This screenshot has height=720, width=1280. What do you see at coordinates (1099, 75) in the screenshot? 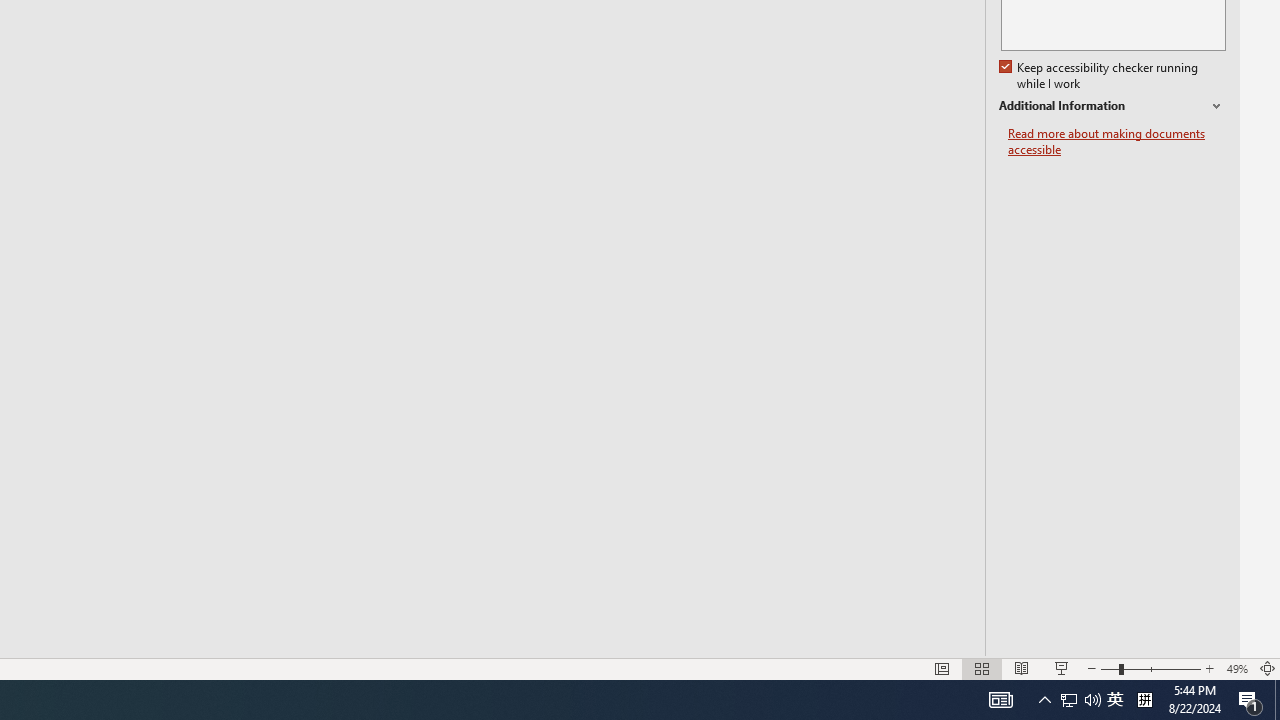
I see `'Keep accessibility checker running while I work'` at bounding box center [1099, 75].